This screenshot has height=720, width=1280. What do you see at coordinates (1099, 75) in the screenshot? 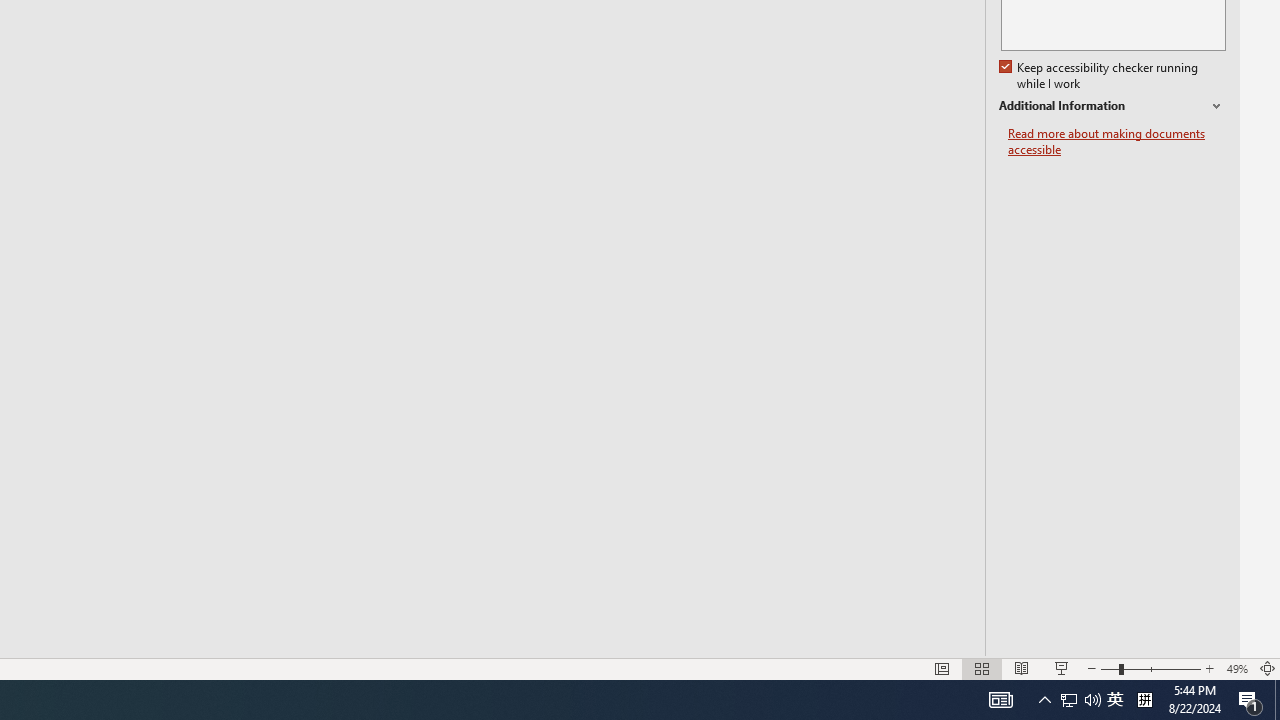
I see `'Keep accessibility checker running while I work'` at bounding box center [1099, 75].